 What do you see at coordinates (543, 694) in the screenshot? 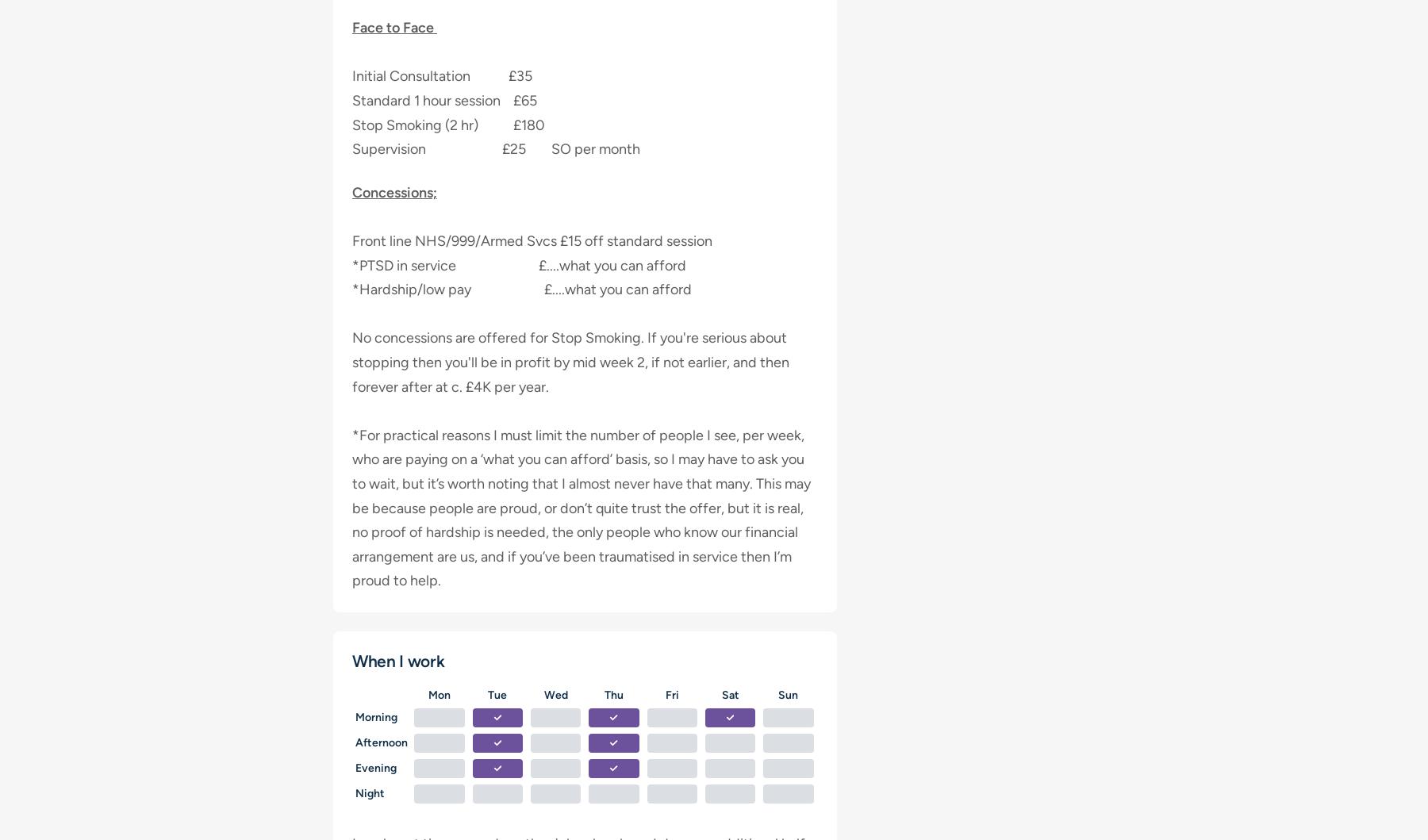
I see `'W'` at bounding box center [543, 694].